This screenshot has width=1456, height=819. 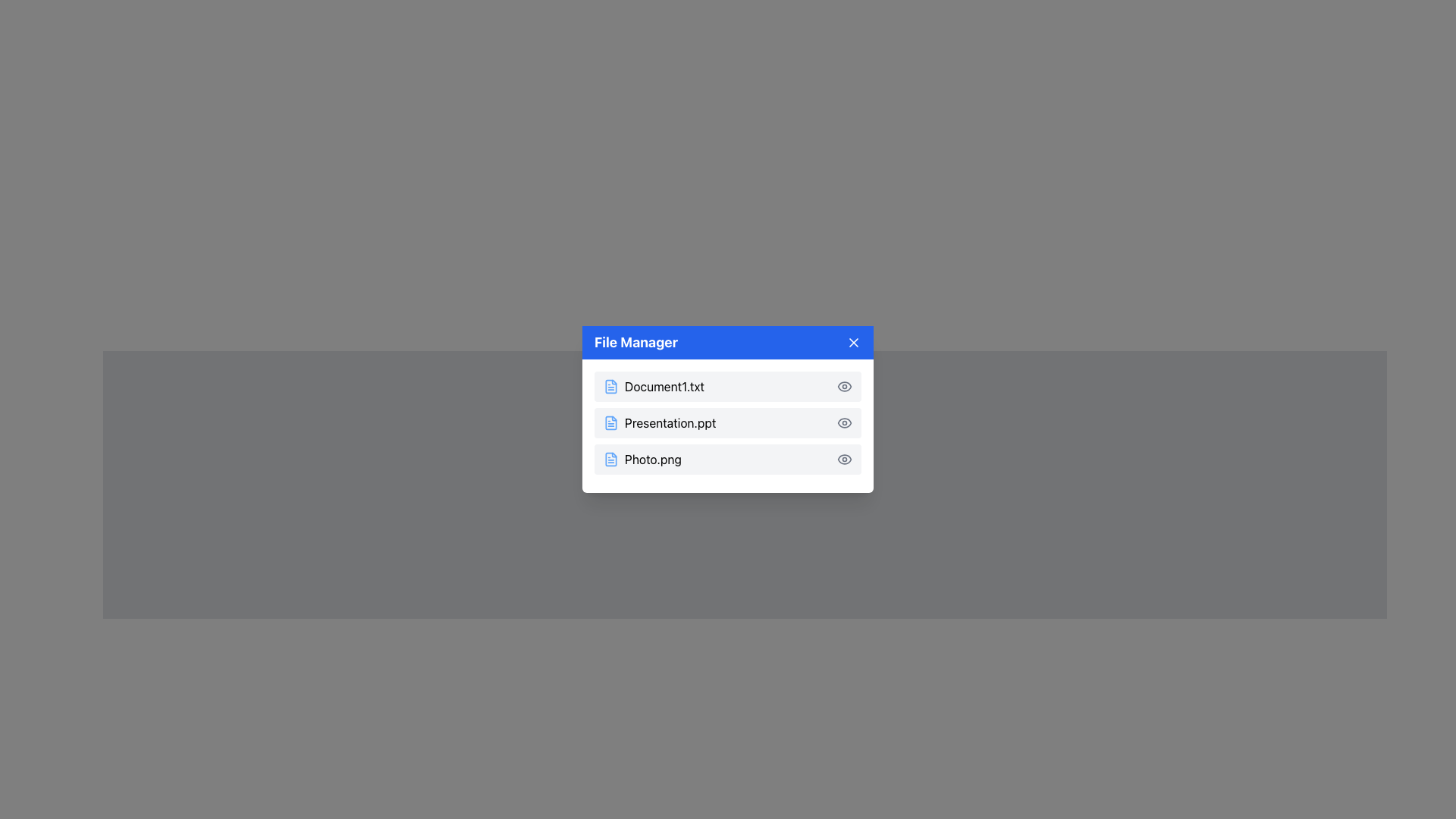 What do you see at coordinates (636, 342) in the screenshot?
I see `the 'File Manager' text label, which is prominently displayed in bold white font on a blue background at the top of a modal window` at bounding box center [636, 342].